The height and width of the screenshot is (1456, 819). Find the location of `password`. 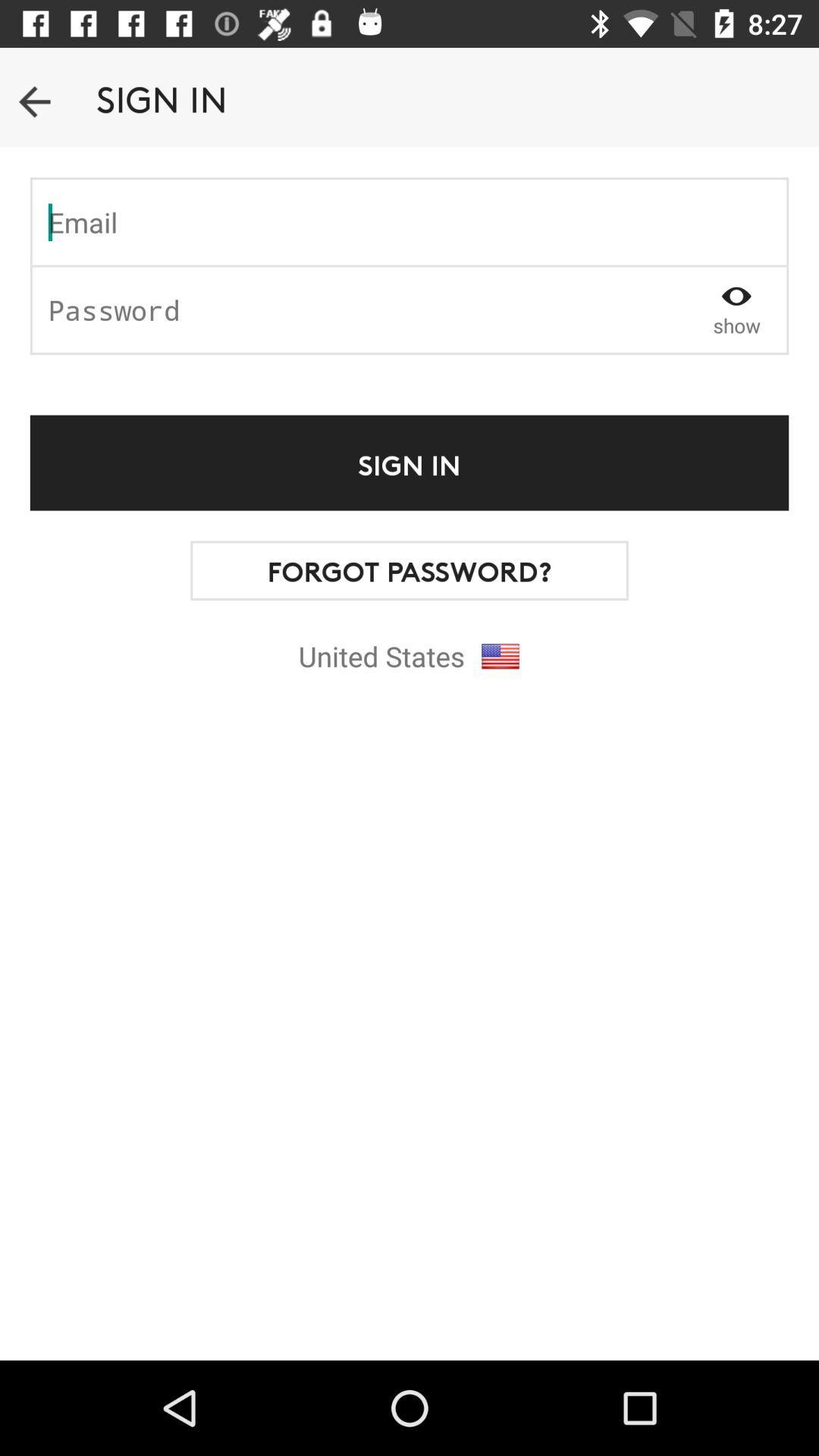

password is located at coordinates (359, 309).